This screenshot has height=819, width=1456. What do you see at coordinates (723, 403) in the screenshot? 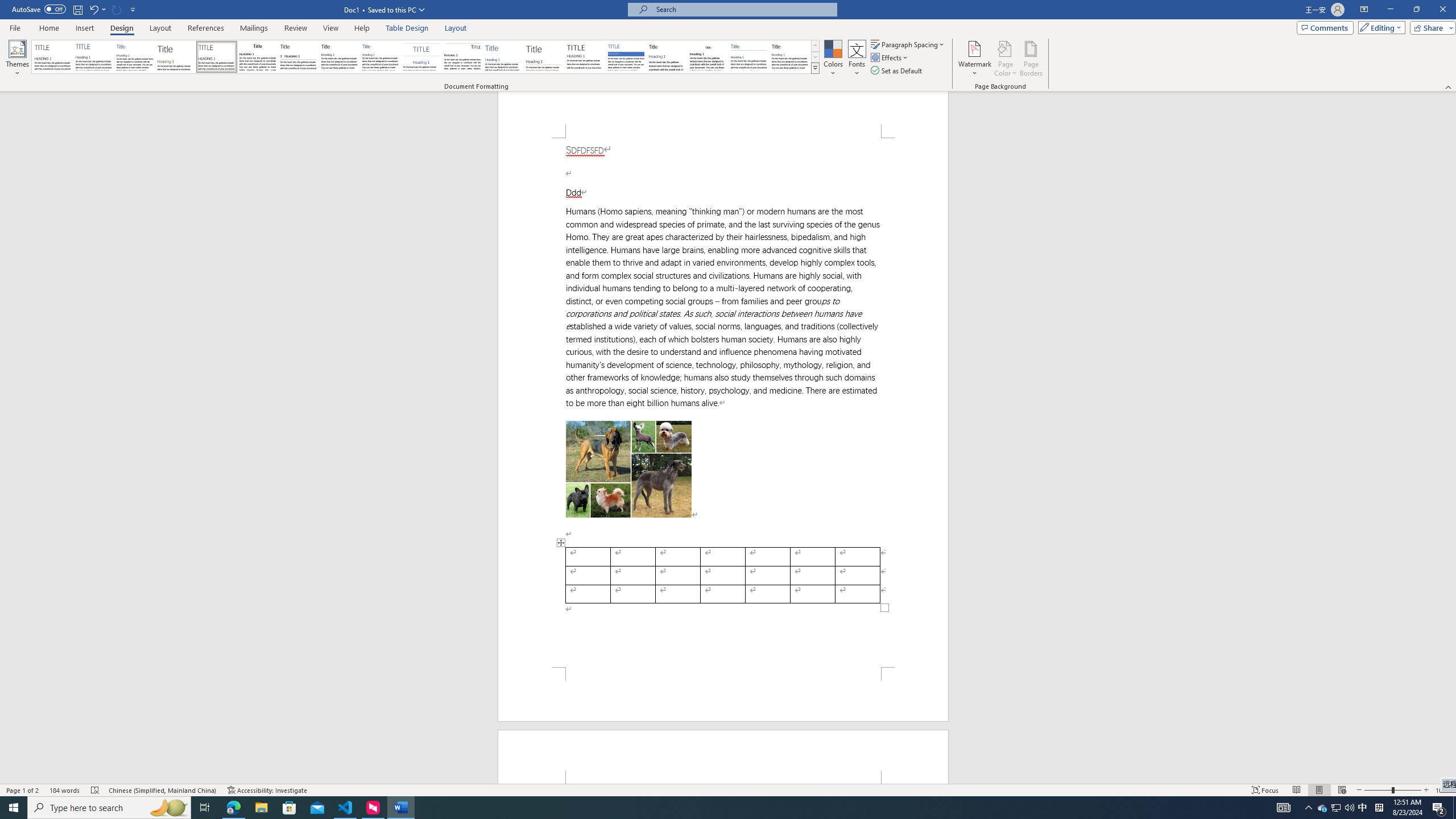
I see `'Page 1 content'` at bounding box center [723, 403].